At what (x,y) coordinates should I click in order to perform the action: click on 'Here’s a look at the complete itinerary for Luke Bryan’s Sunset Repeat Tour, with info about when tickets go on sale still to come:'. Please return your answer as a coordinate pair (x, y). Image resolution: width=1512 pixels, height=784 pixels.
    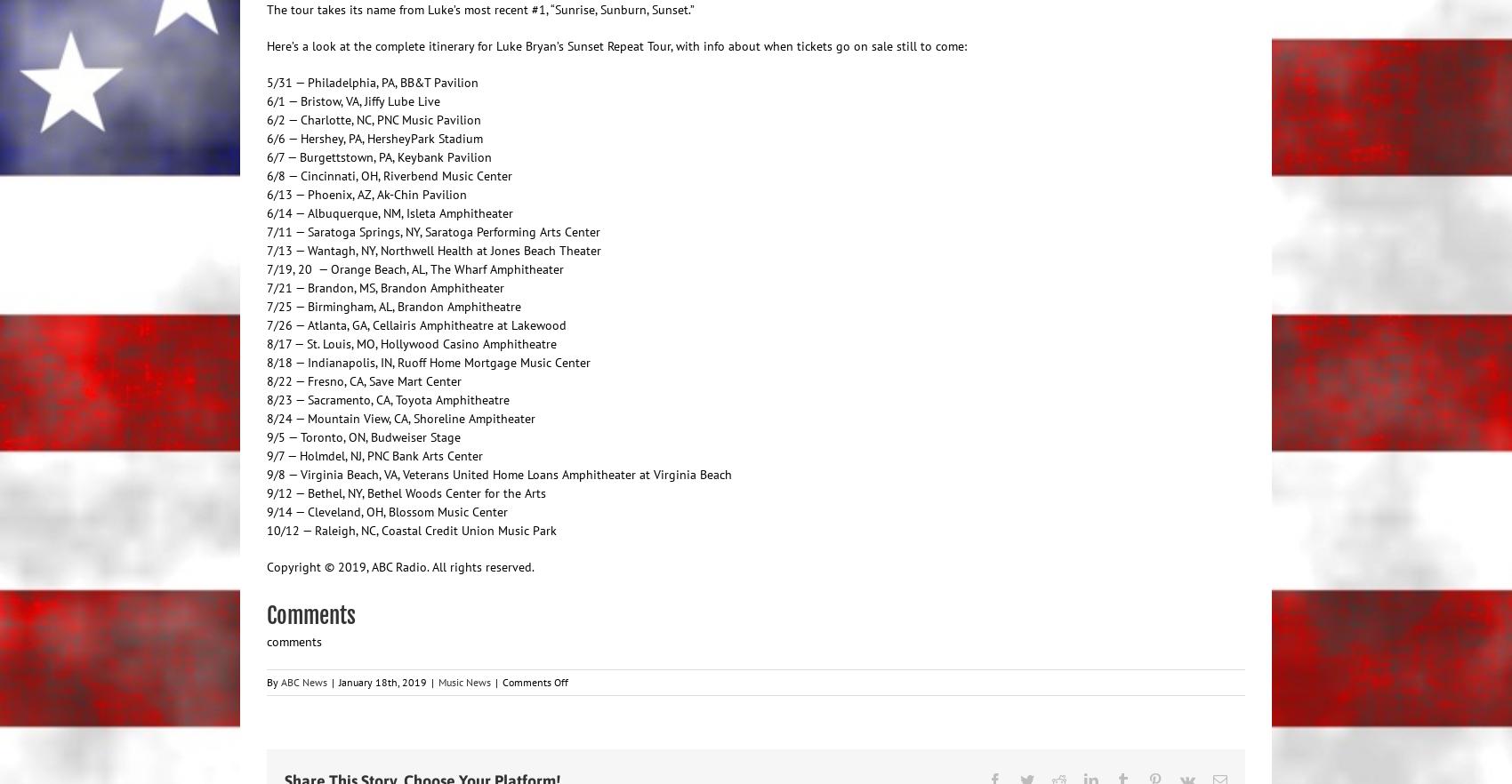
    Looking at the image, I should click on (616, 45).